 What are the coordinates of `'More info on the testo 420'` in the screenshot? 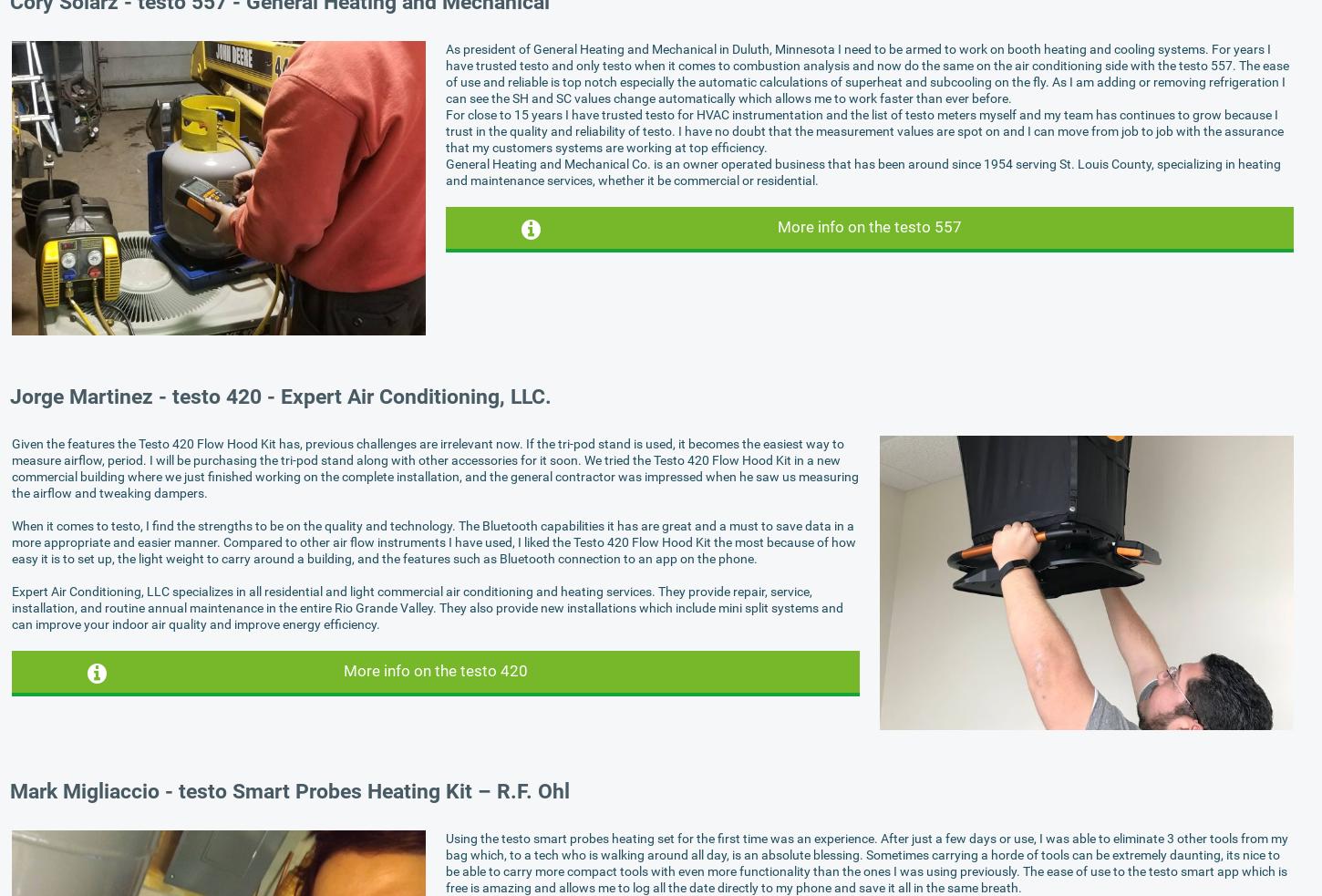 It's located at (435, 668).